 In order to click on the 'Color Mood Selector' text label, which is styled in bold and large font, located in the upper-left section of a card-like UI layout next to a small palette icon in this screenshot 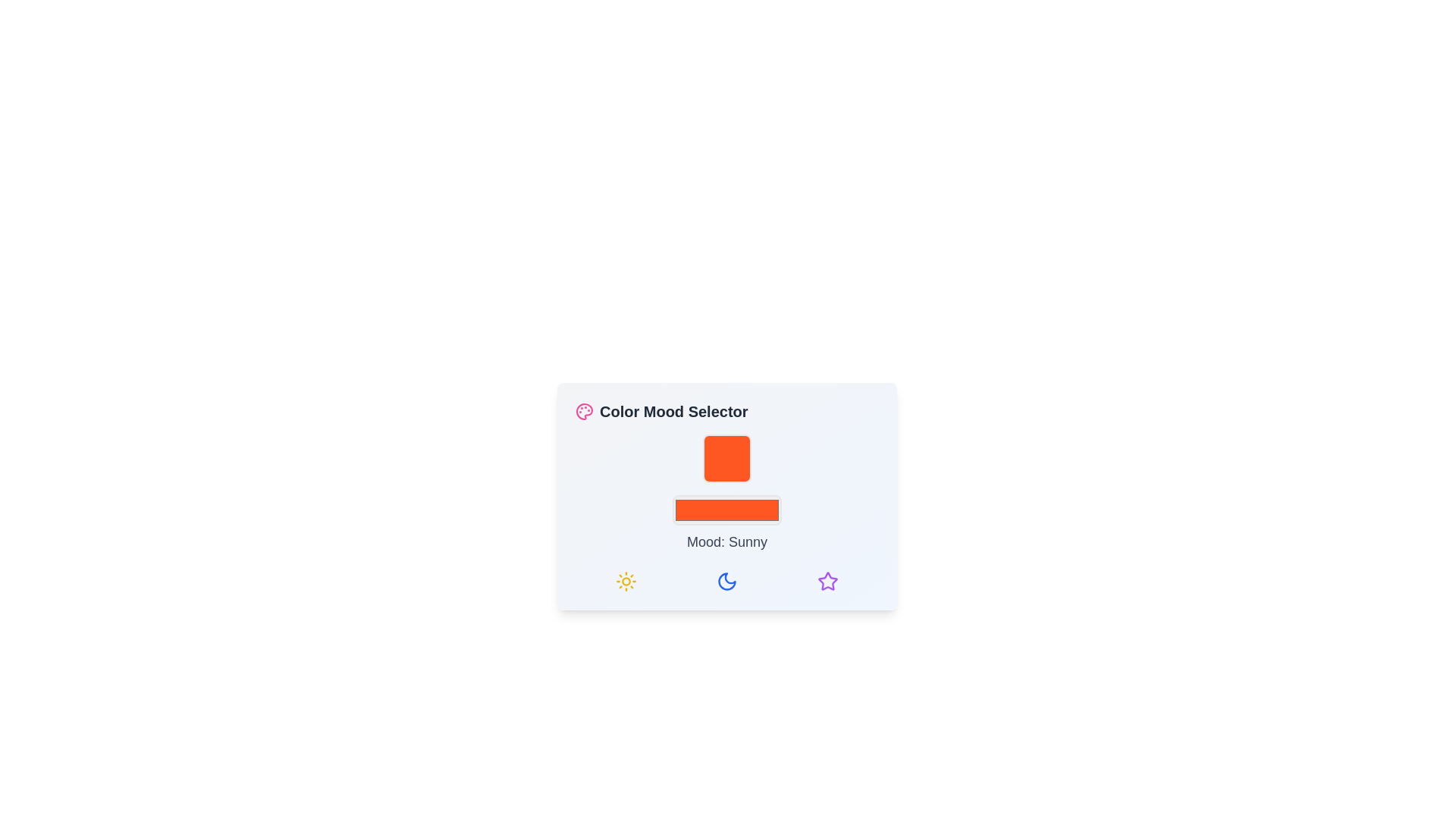, I will do `click(673, 412)`.